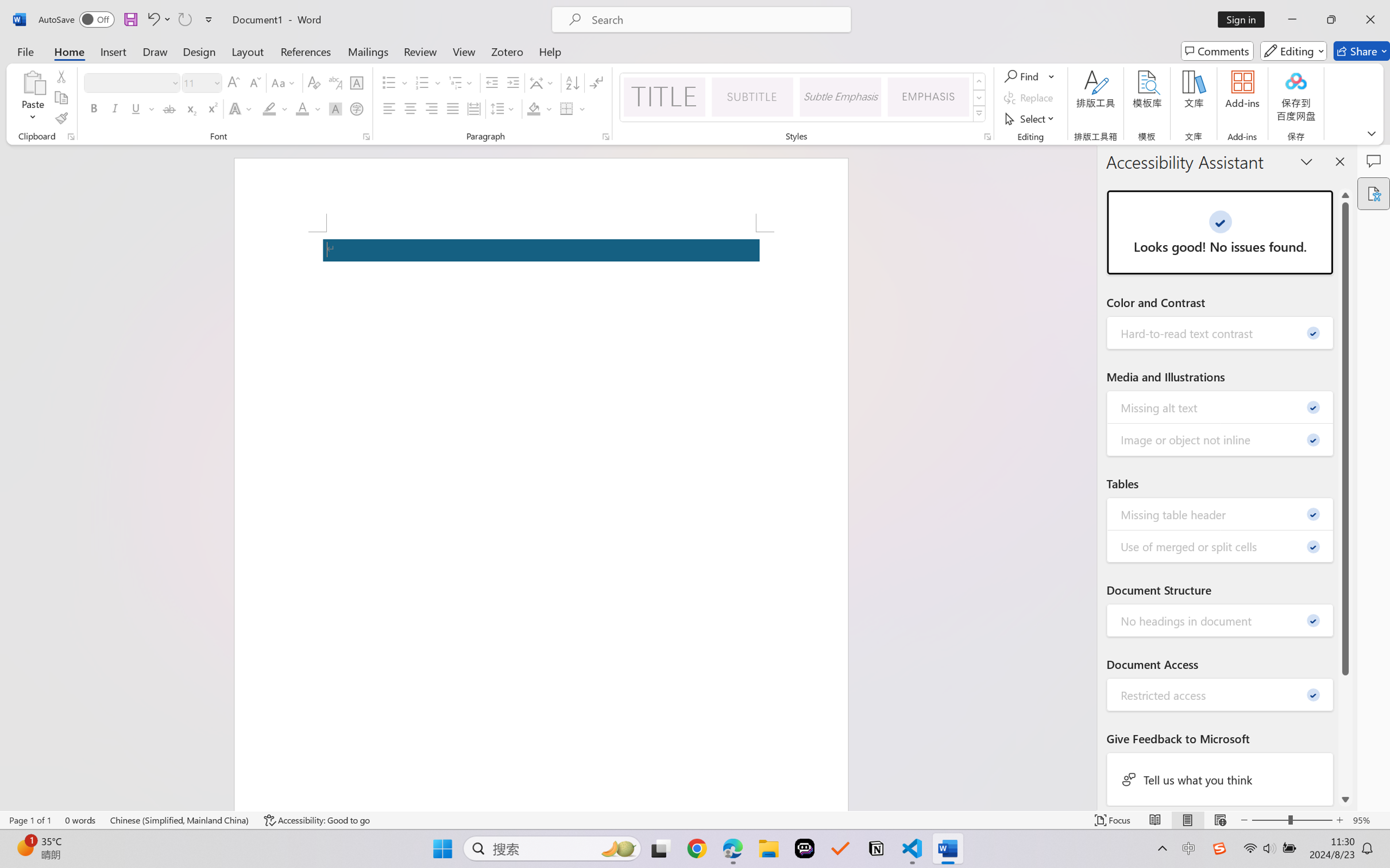 Image resolution: width=1390 pixels, height=868 pixels. I want to click on 'Undo Apply Quick Style Set', so click(152, 19).